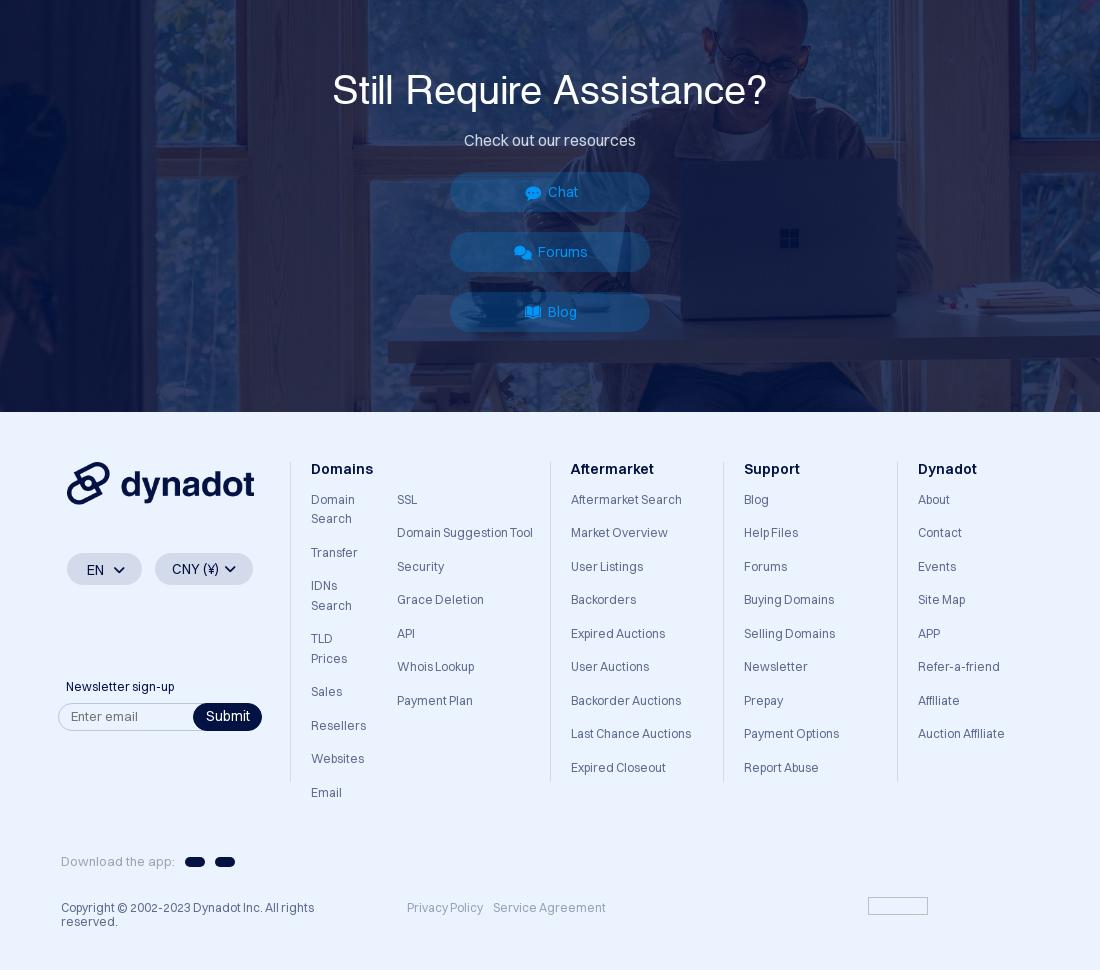 This screenshot has height=970, width=1100. I want to click on 'User Listings', so click(569, 564).